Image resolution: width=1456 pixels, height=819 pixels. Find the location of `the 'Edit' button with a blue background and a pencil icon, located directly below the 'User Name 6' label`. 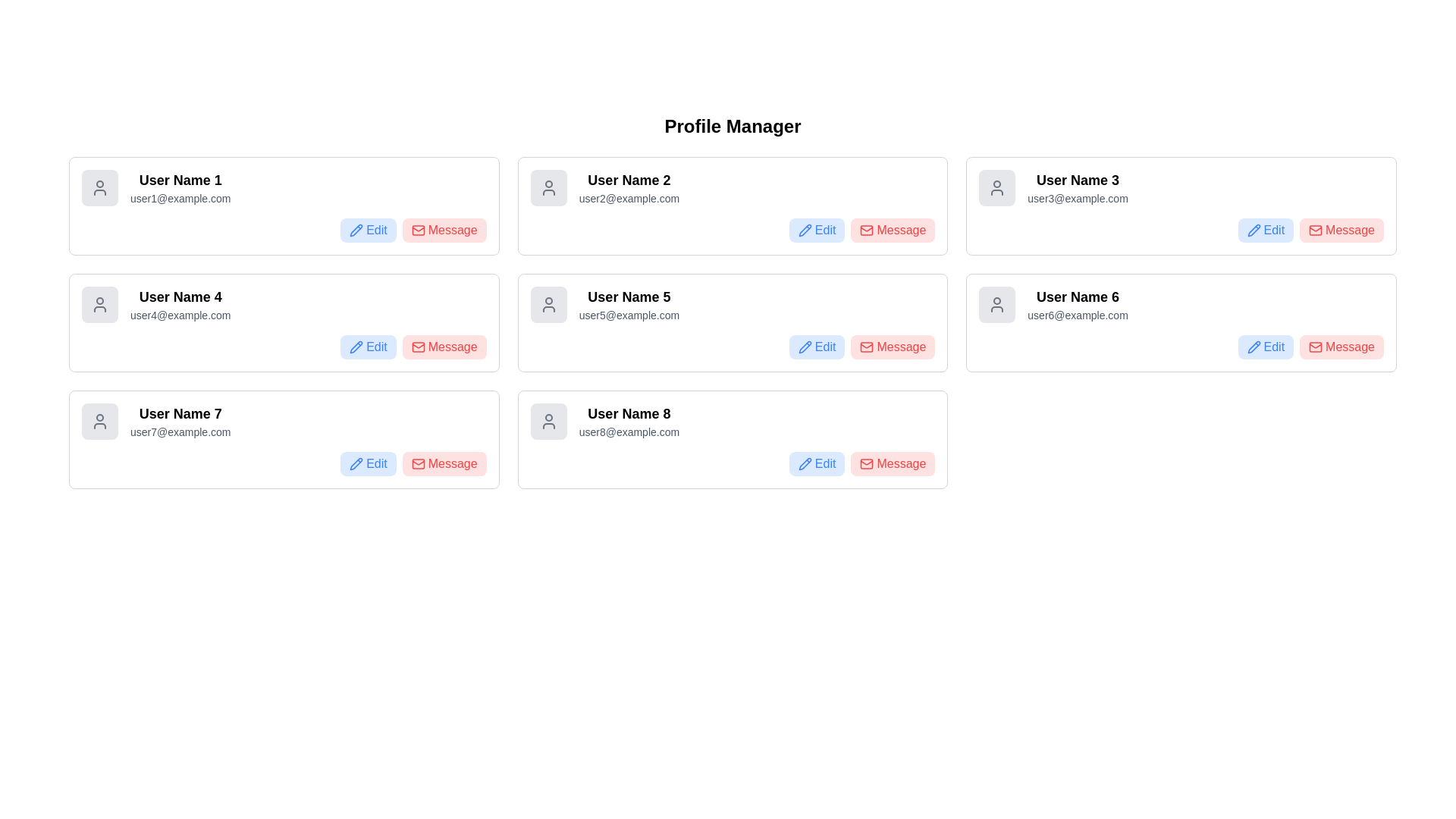

the 'Edit' button with a blue background and a pencil icon, located directly below the 'User Name 6' label is located at coordinates (1266, 347).